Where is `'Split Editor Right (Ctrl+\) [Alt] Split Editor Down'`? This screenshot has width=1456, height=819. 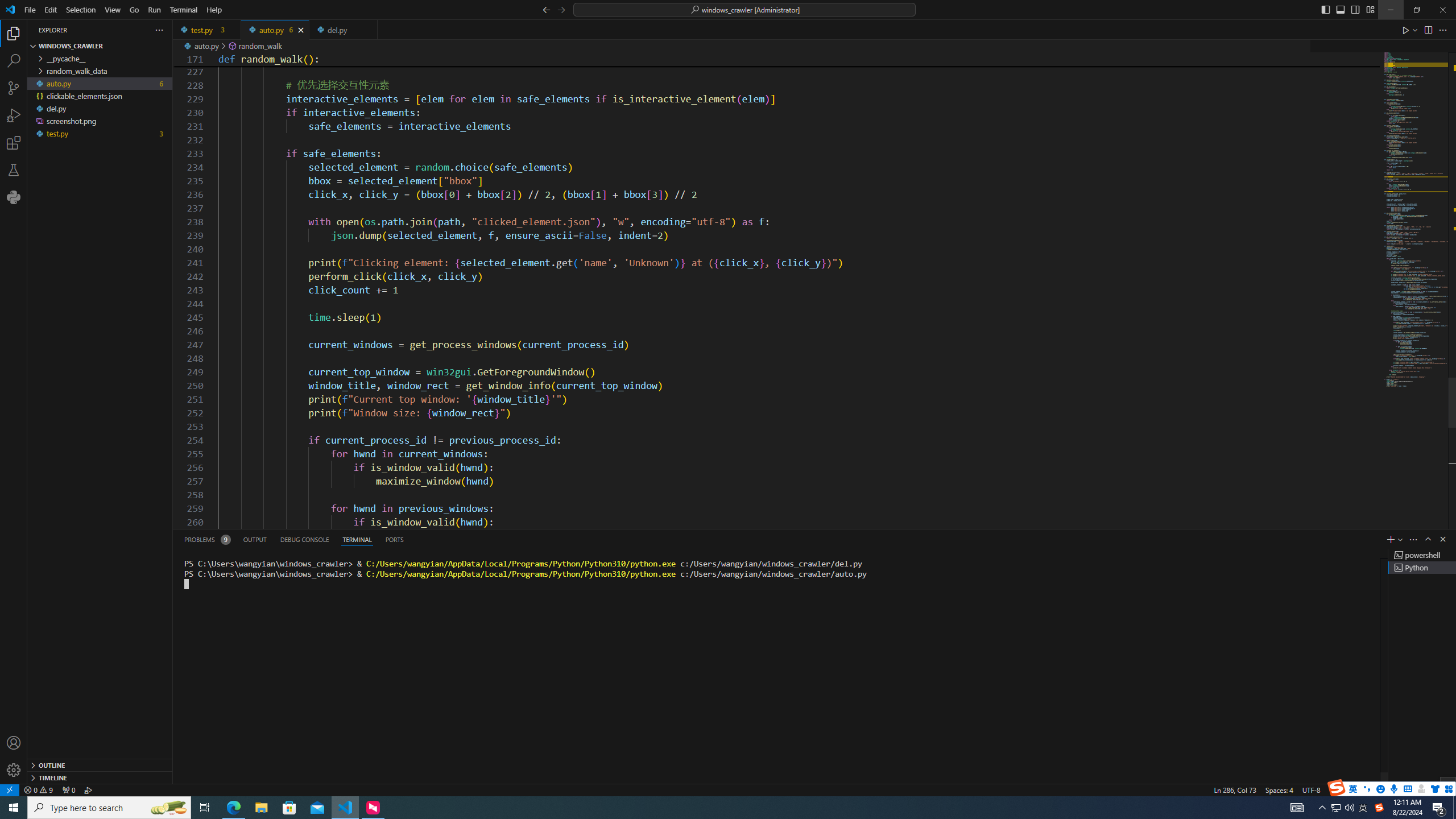 'Split Editor Right (Ctrl+\) [Alt] Split Editor Down' is located at coordinates (1428, 28).